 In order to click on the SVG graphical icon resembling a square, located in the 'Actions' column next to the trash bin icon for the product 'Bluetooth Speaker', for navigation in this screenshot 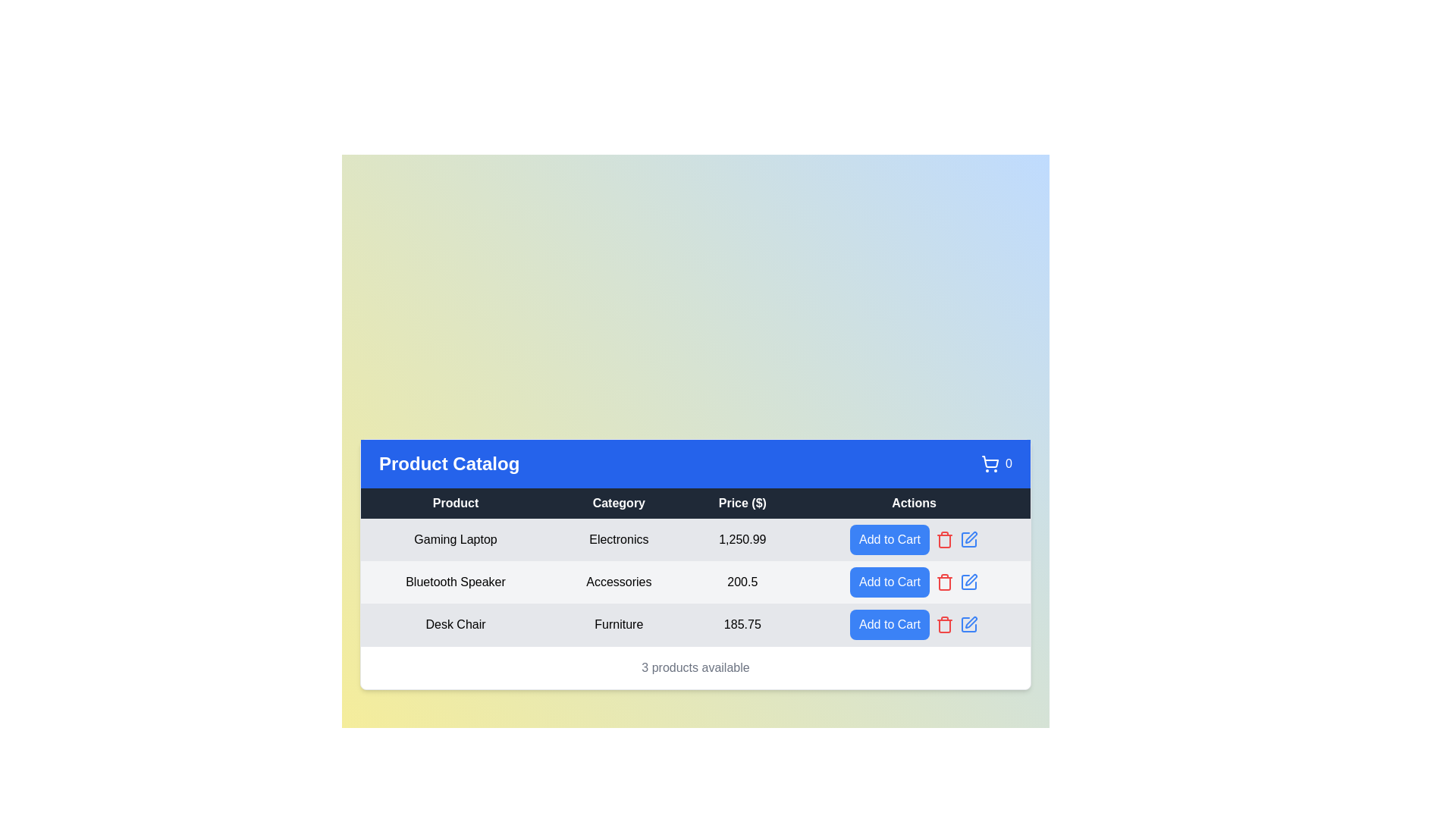, I will do `click(968, 581)`.